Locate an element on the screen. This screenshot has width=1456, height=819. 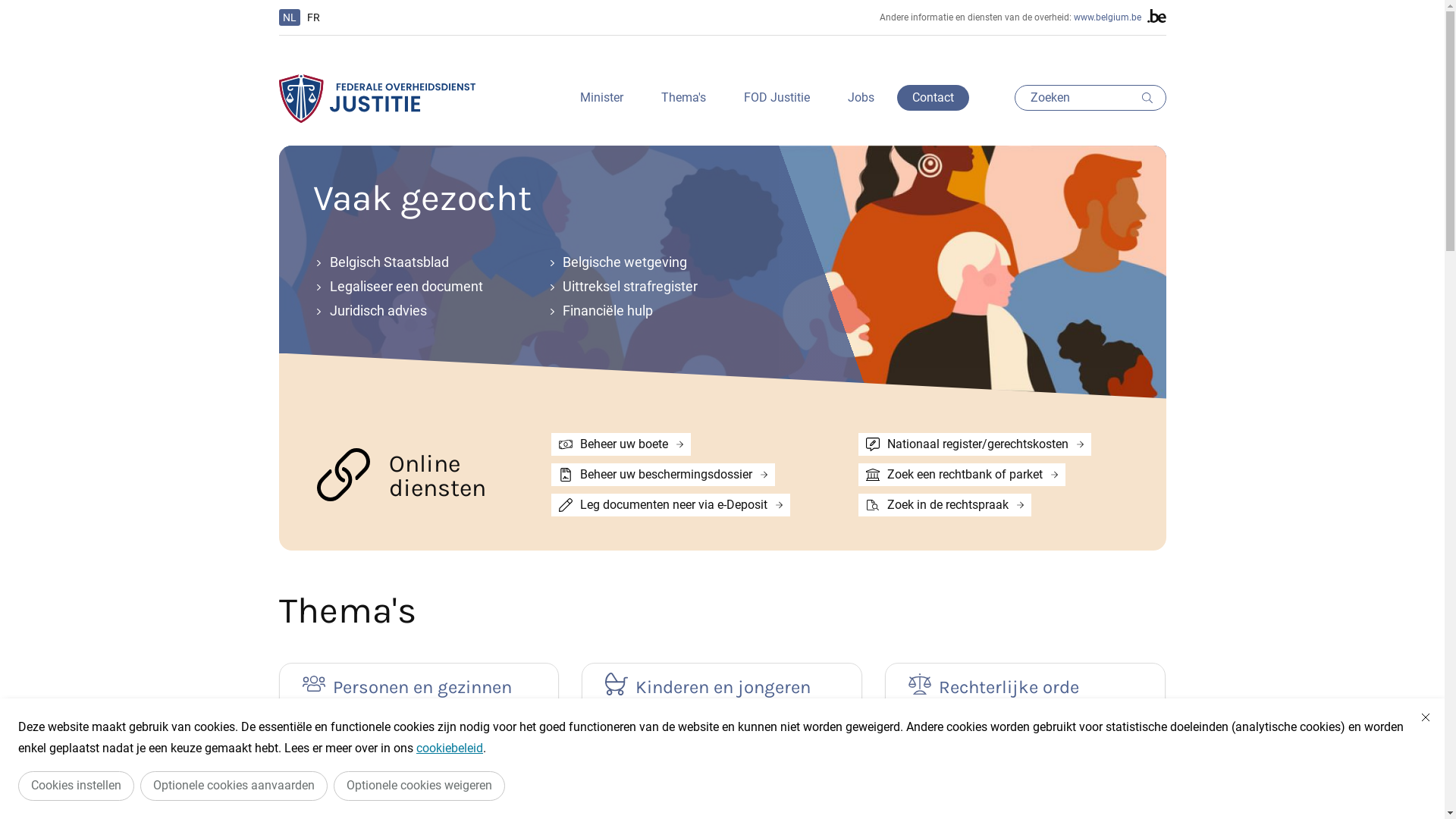
'www.belgium.be' is located at coordinates (1107, 17).